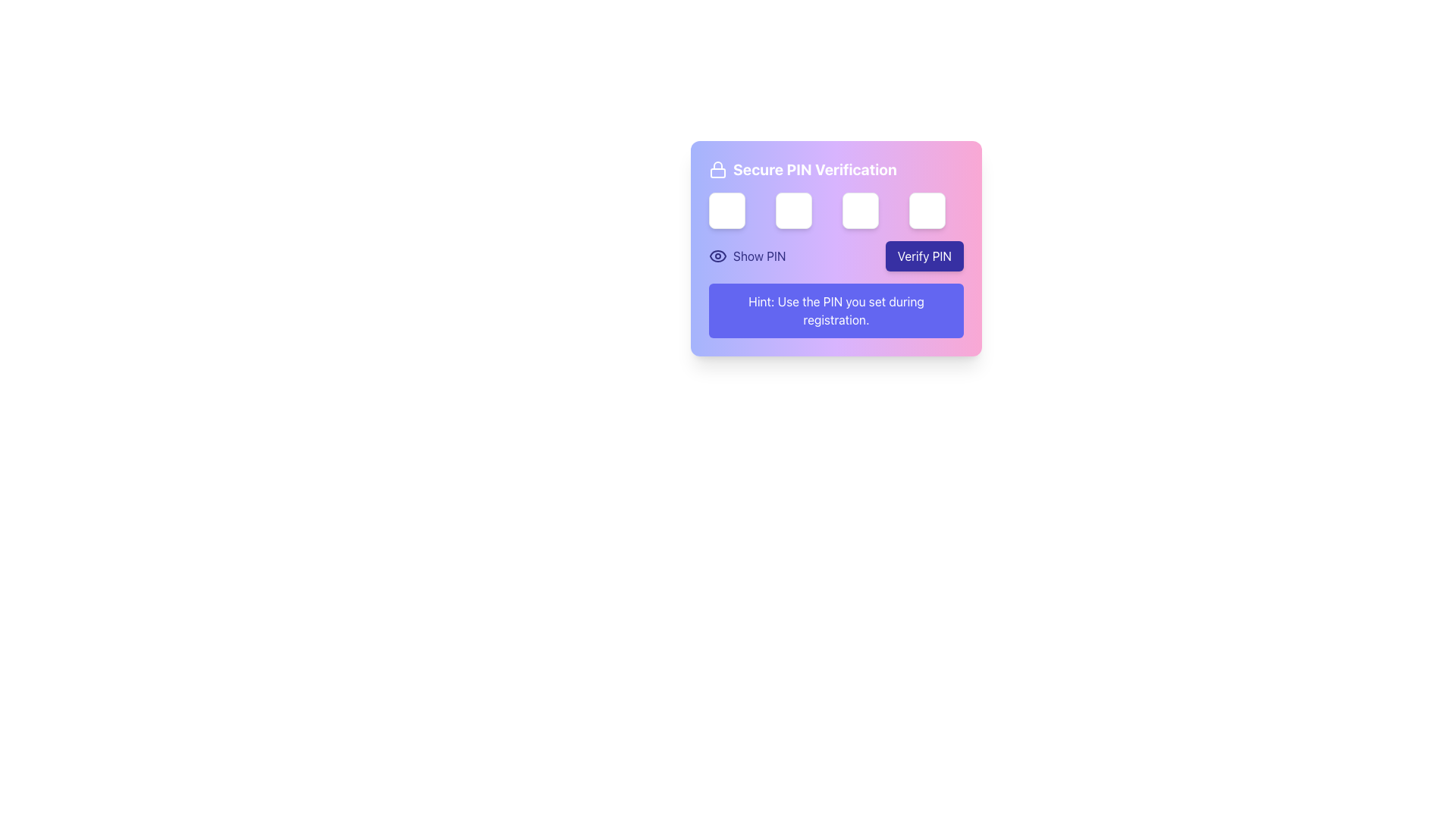 The height and width of the screenshot is (819, 1456). What do you see at coordinates (836, 309) in the screenshot?
I see `hint text displayed in the blue-purple rectangular text block below the 'Verify PIN' button, which states: 'Hint: Use the PIN you set during registration.'` at bounding box center [836, 309].